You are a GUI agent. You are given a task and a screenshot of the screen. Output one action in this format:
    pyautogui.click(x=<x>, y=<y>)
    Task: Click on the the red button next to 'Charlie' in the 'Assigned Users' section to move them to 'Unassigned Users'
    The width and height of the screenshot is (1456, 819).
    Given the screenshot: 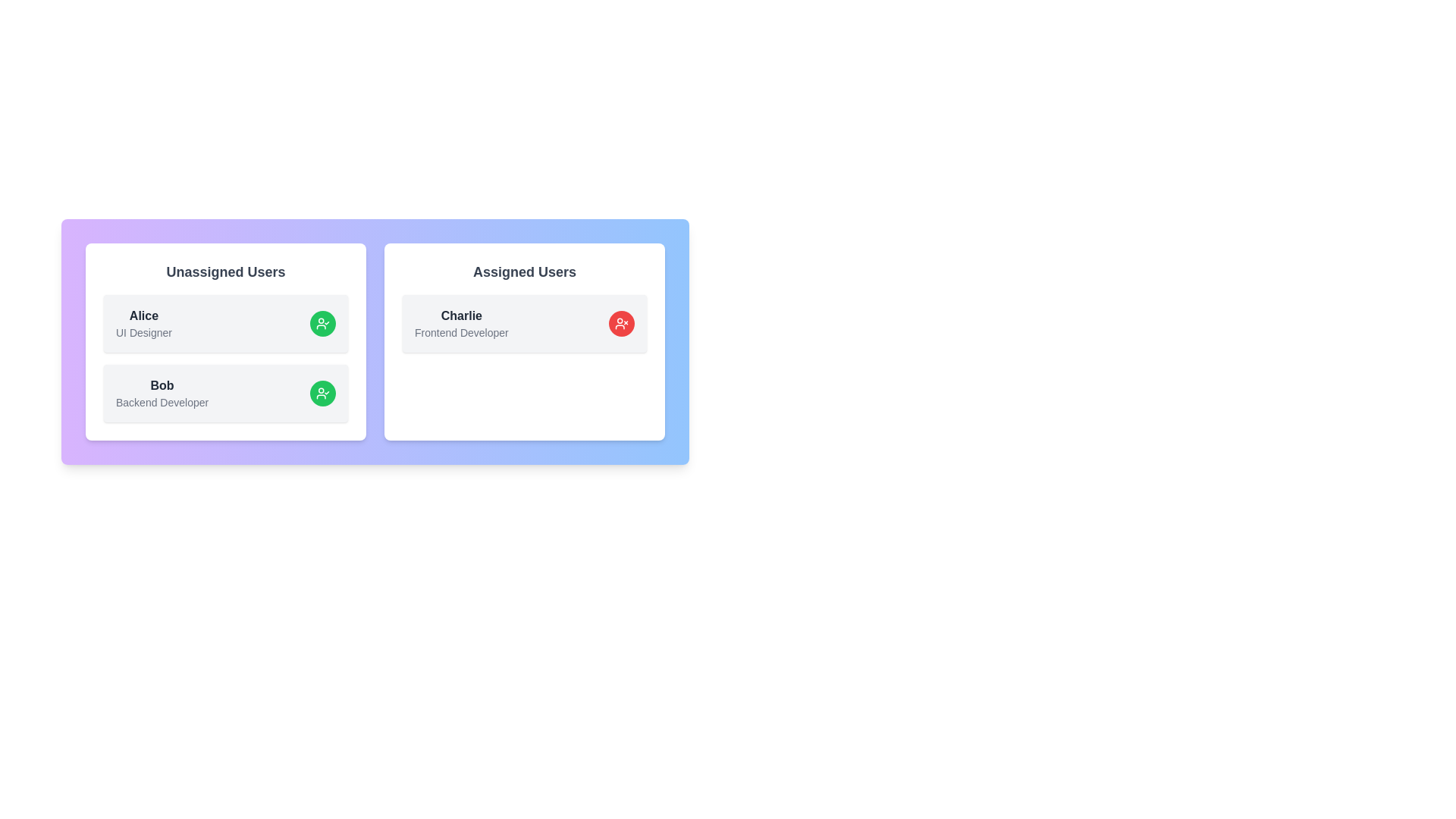 What is the action you would take?
    pyautogui.click(x=622, y=323)
    